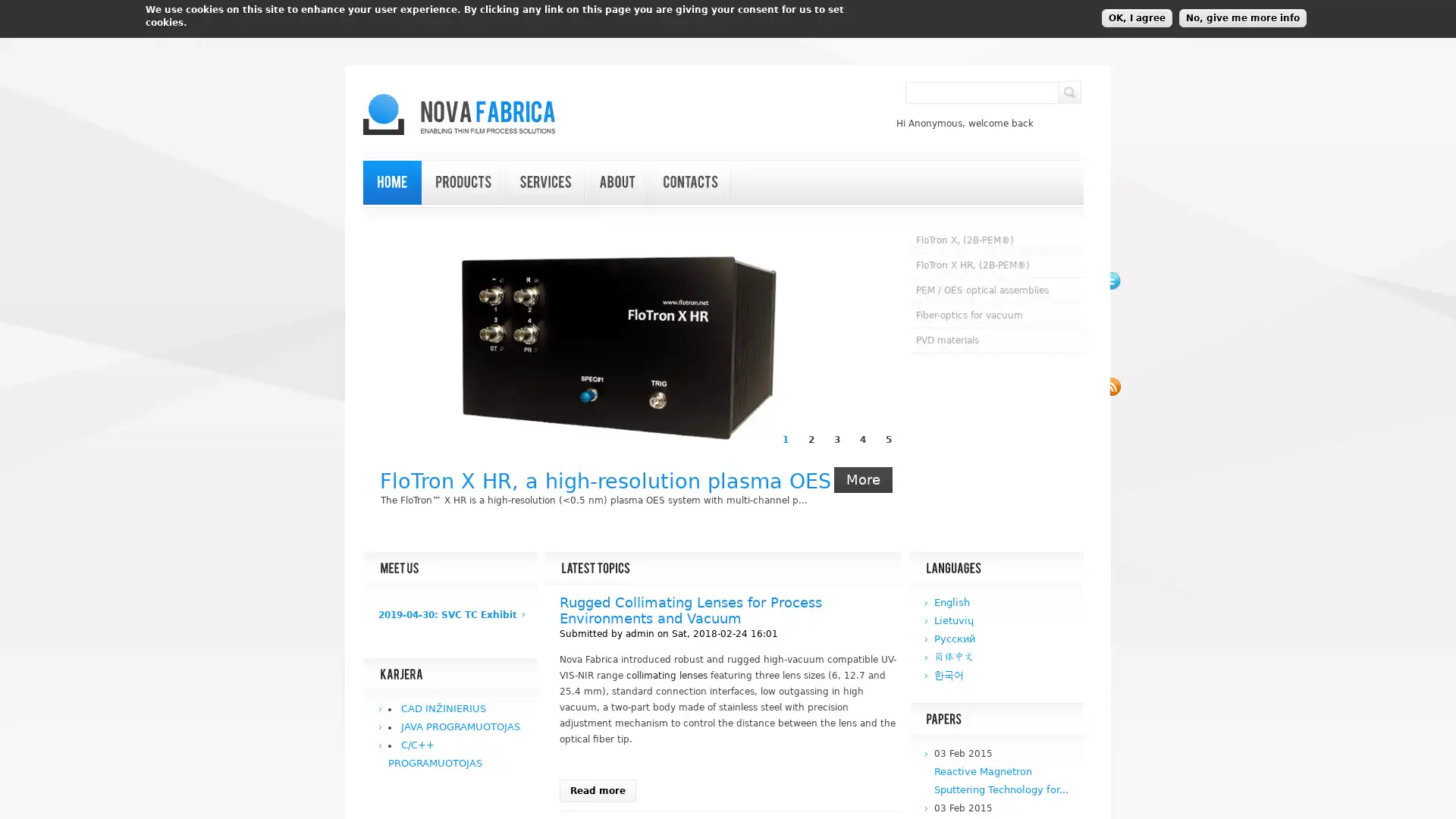 The width and height of the screenshot is (1456, 819). What do you see at coordinates (1242, 17) in the screenshot?
I see `No, give me more info` at bounding box center [1242, 17].